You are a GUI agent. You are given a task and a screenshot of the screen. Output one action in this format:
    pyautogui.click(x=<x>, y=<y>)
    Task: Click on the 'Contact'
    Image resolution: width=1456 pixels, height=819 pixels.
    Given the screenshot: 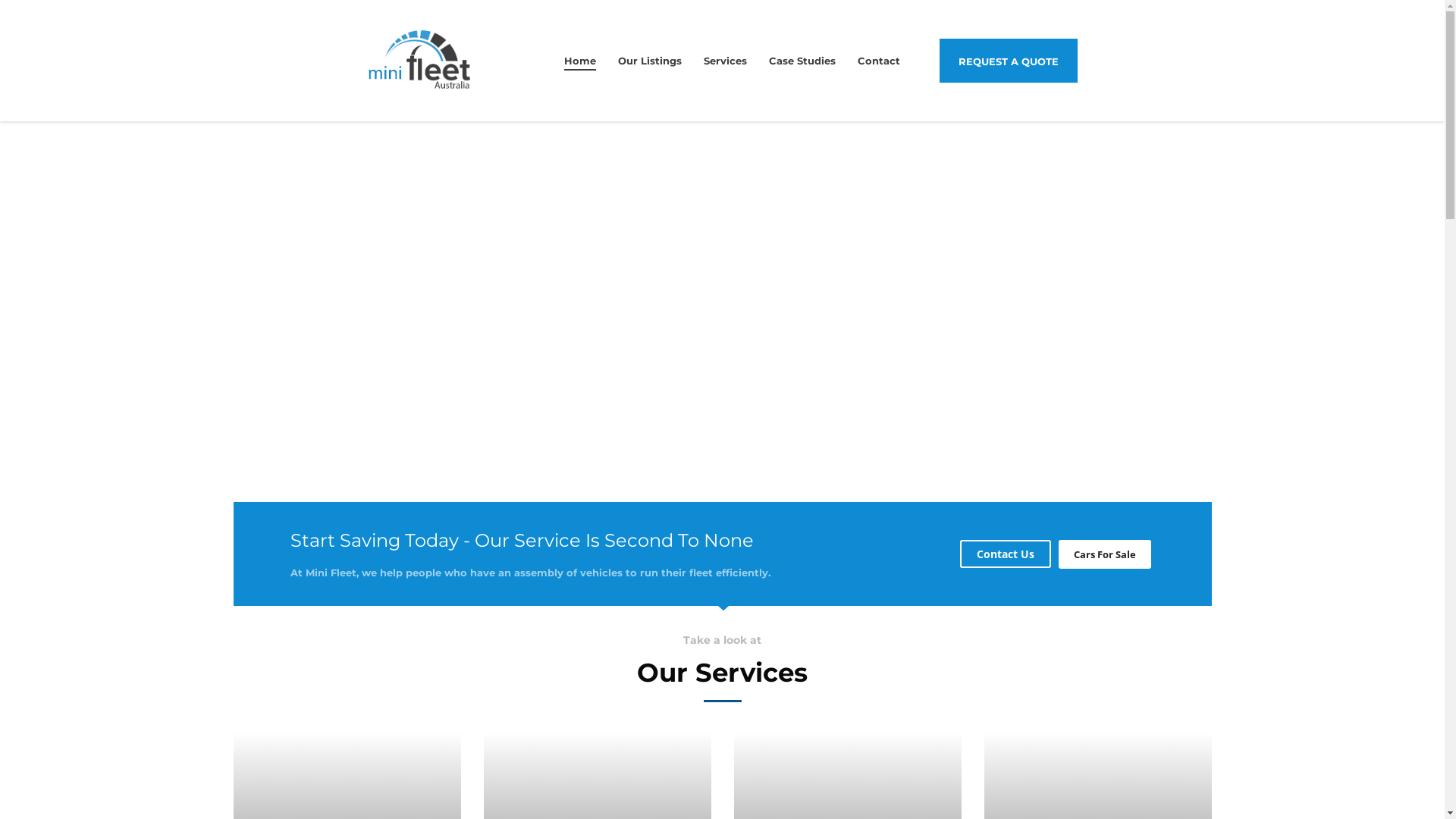 What is the action you would take?
    pyautogui.click(x=878, y=60)
    